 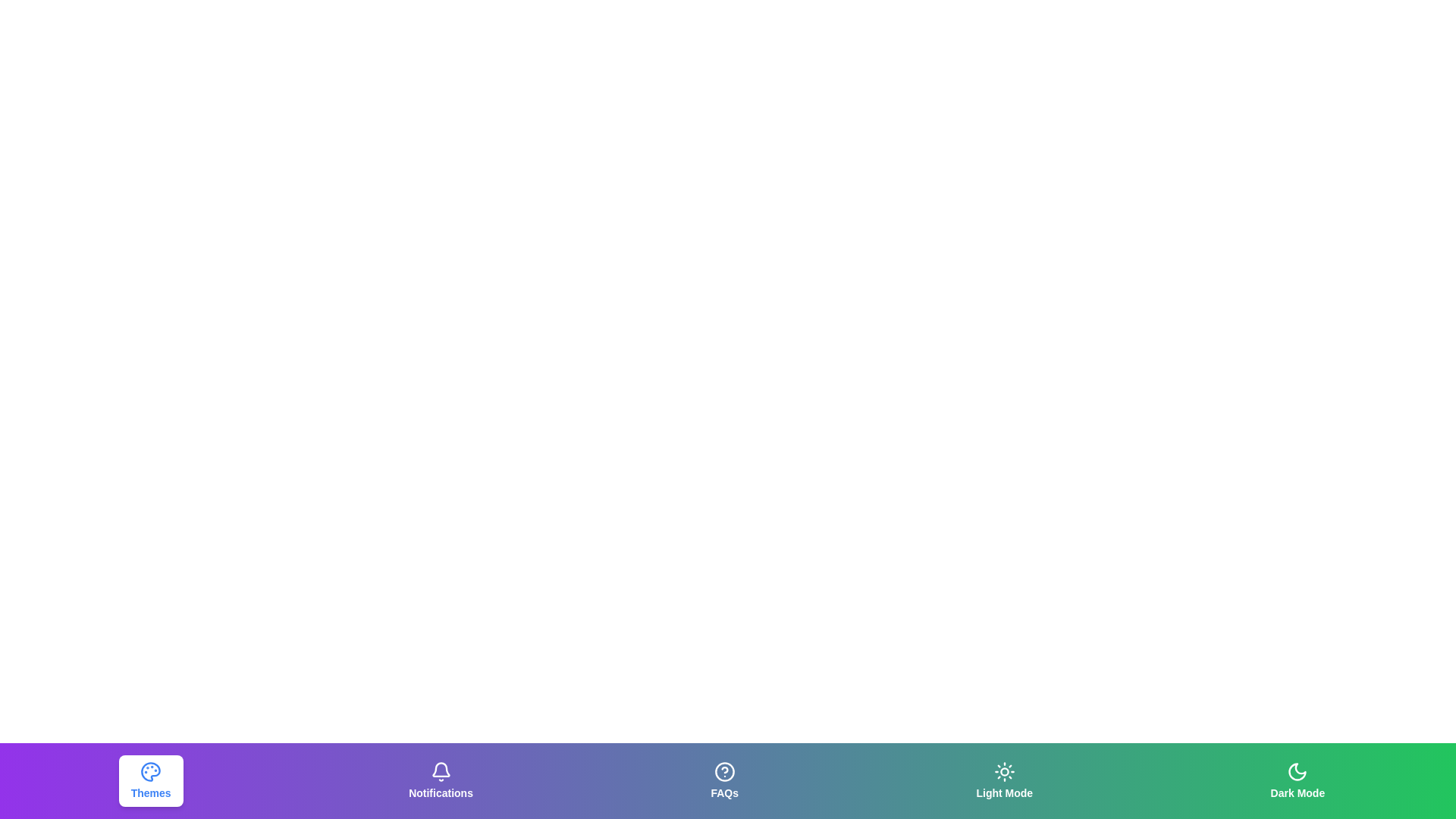 I want to click on the tab labeled FAQs to select it, so click(x=723, y=780).